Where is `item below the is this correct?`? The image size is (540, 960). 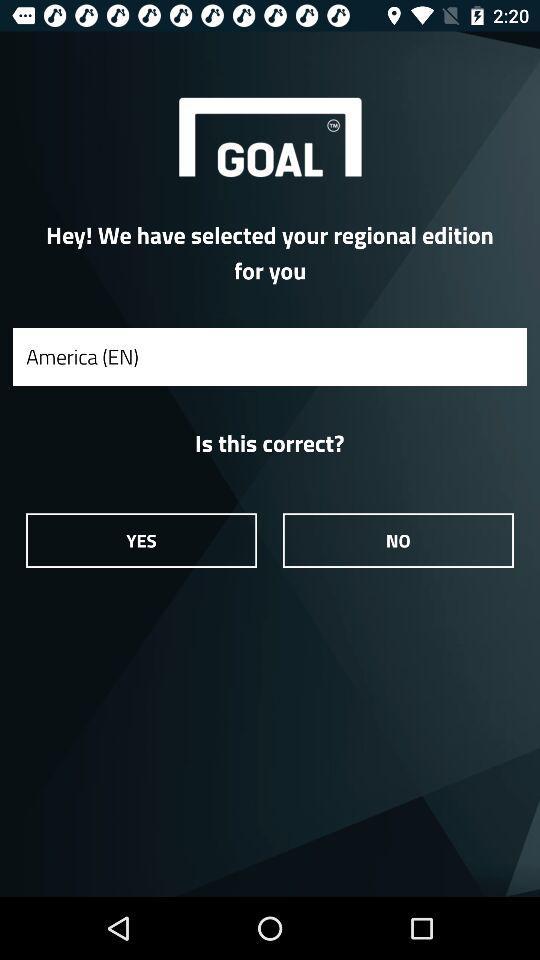
item below the is this correct? is located at coordinates (140, 539).